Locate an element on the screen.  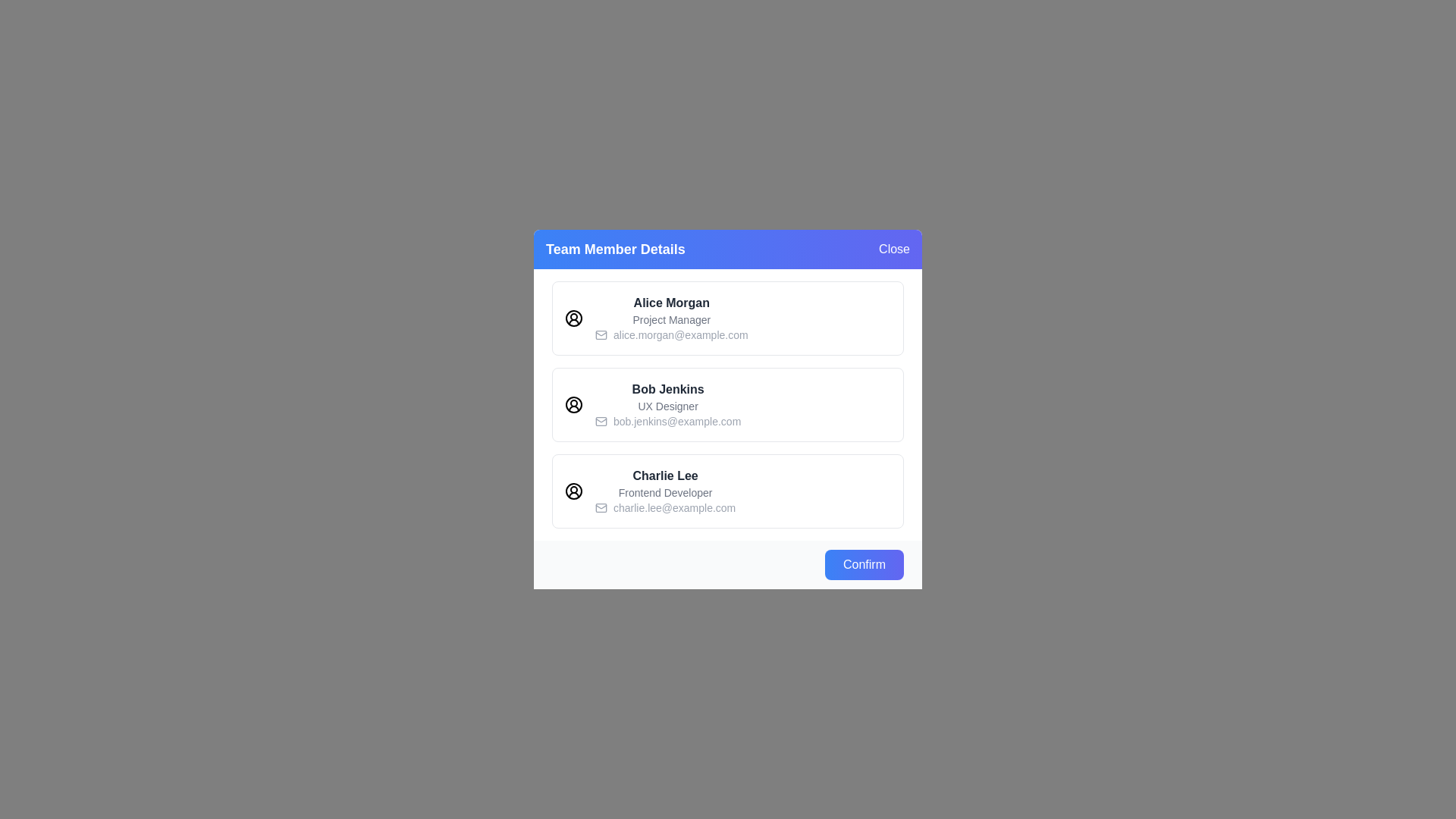
the 'Team Member Details' text label, which is presented in bold, large white font on a blue gradient background, located in the top-left portion of the modal window is located at coordinates (615, 248).